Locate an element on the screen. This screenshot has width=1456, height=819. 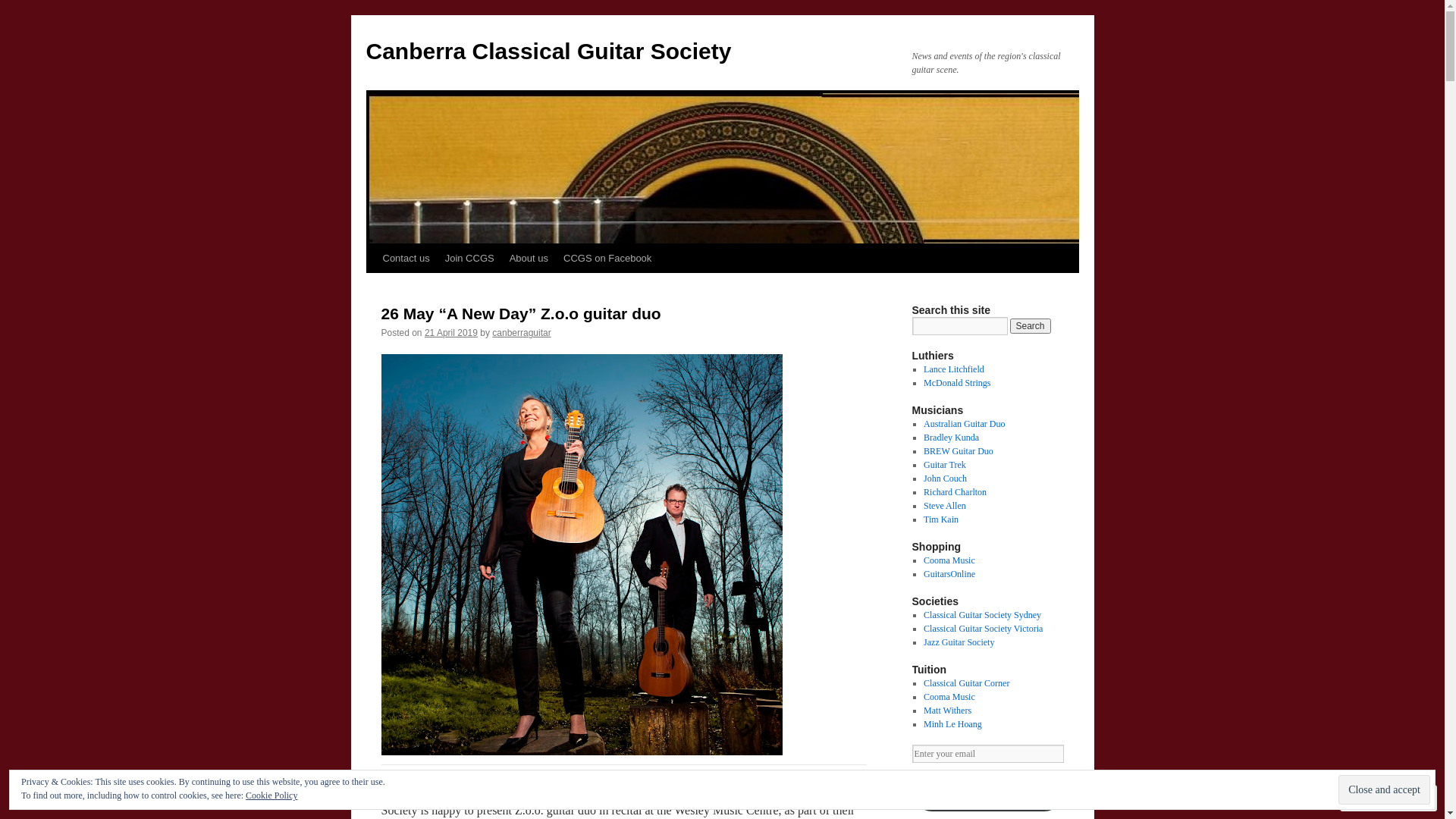
'Canberra Classical Guitar Society' is located at coordinates (548, 50).